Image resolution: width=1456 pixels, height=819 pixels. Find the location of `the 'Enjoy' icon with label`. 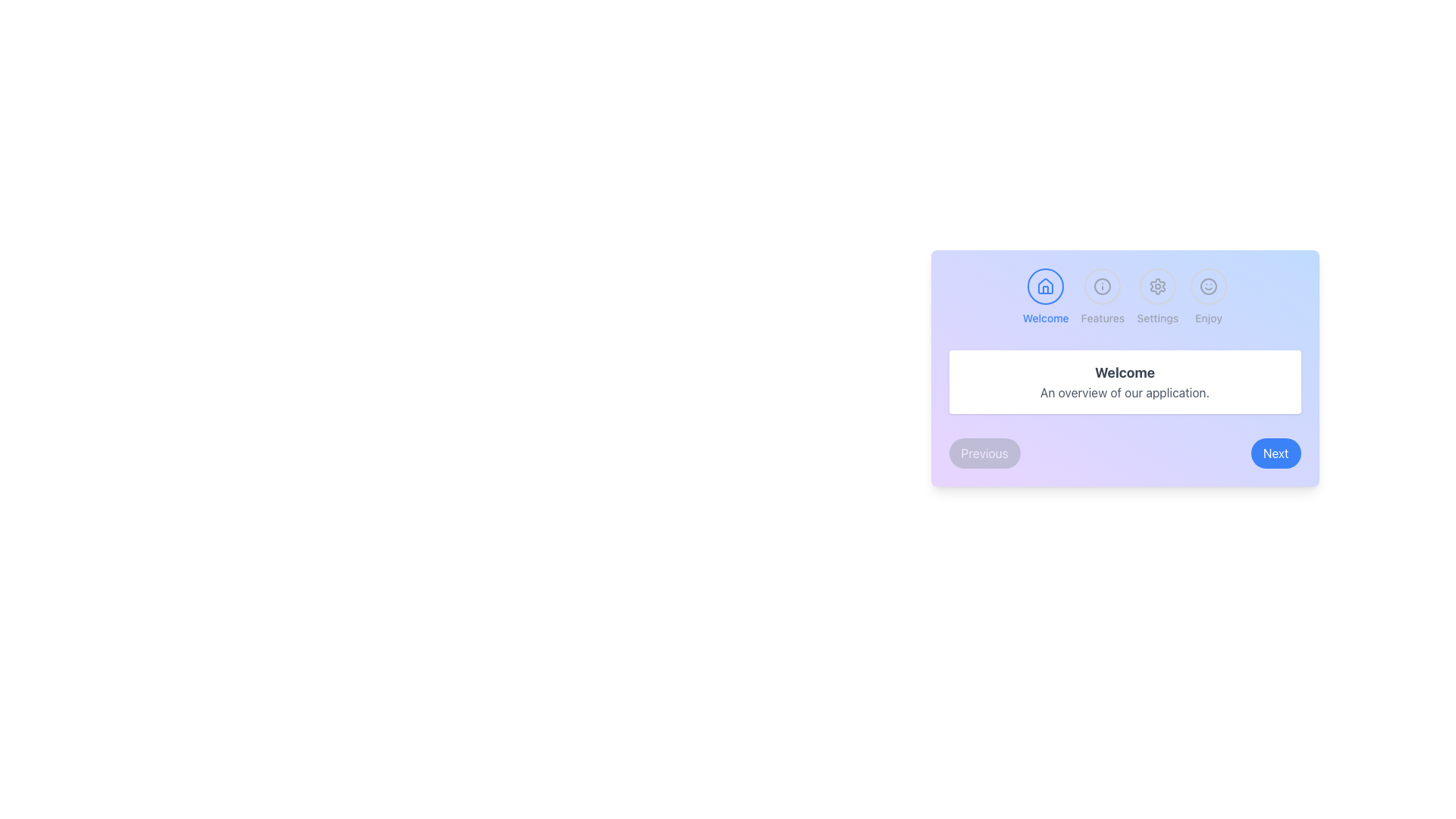

the 'Enjoy' icon with label is located at coordinates (1208, 297).